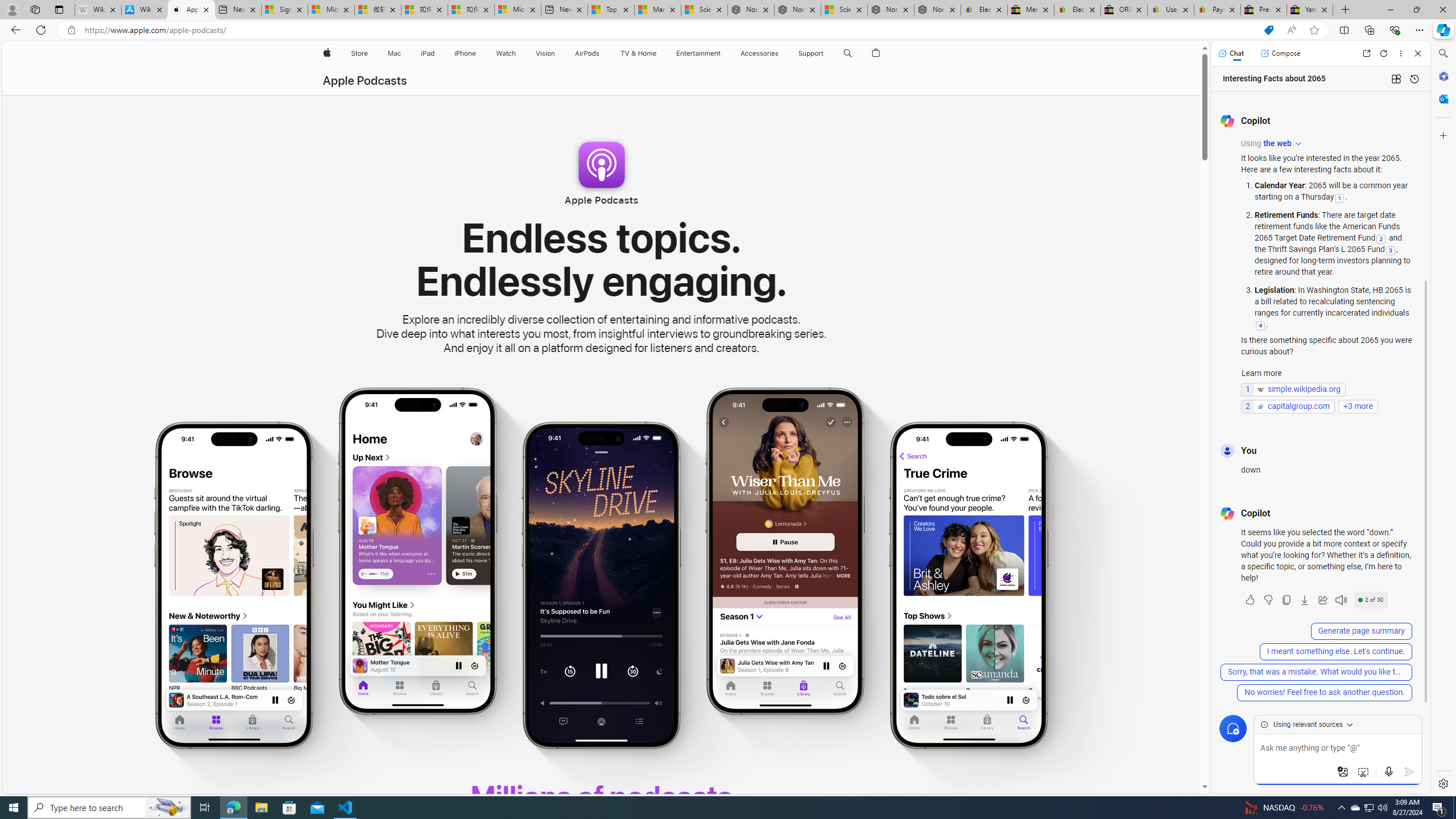 The image size is (1456, 819). What do you see at coordinates (638, 53) in the screenshot?
I see `'TV and Home'` at bounding box center [638, 53].